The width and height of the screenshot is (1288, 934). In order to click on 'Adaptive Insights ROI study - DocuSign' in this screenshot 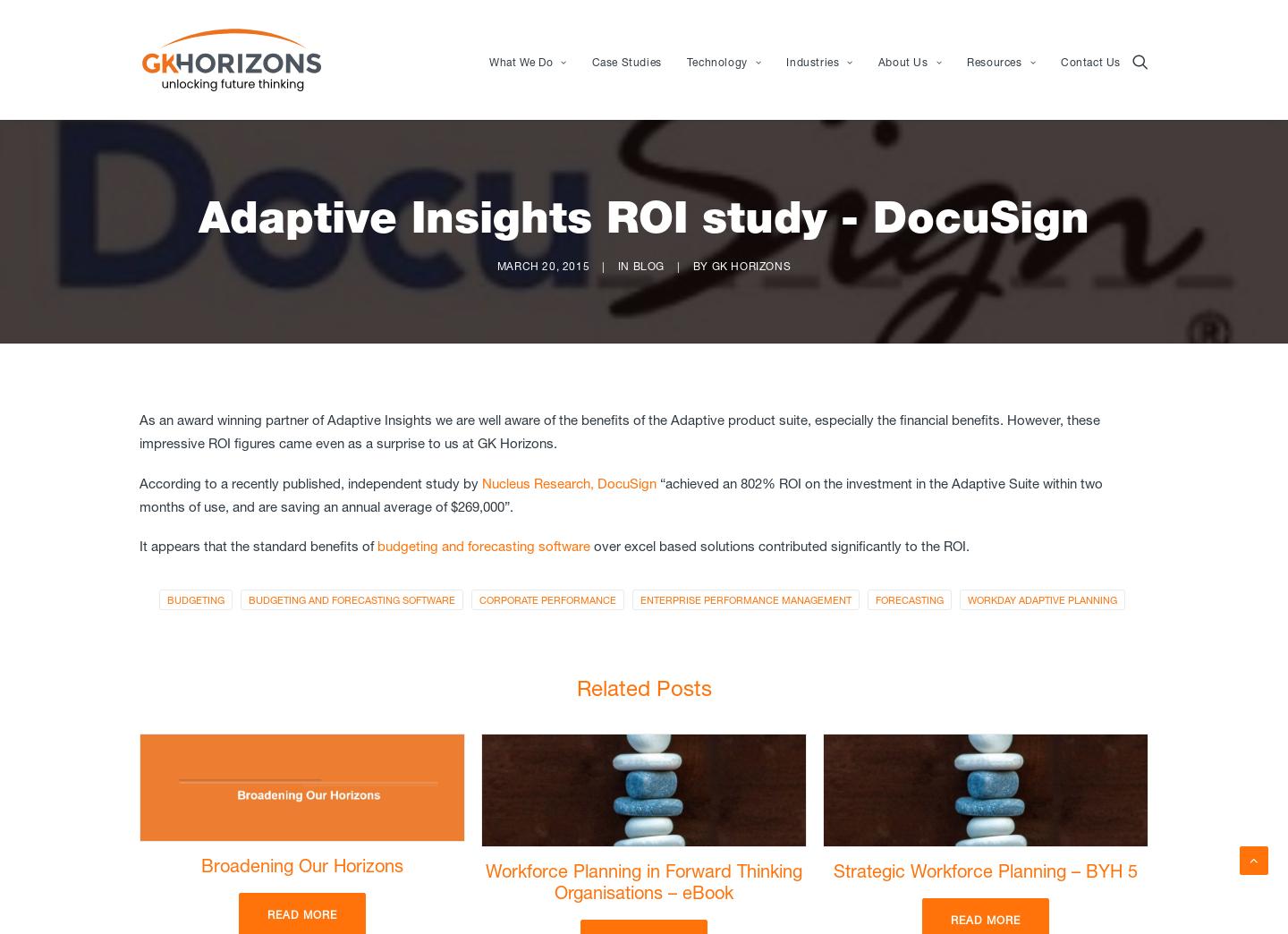, I will do `click(199, 216)`.